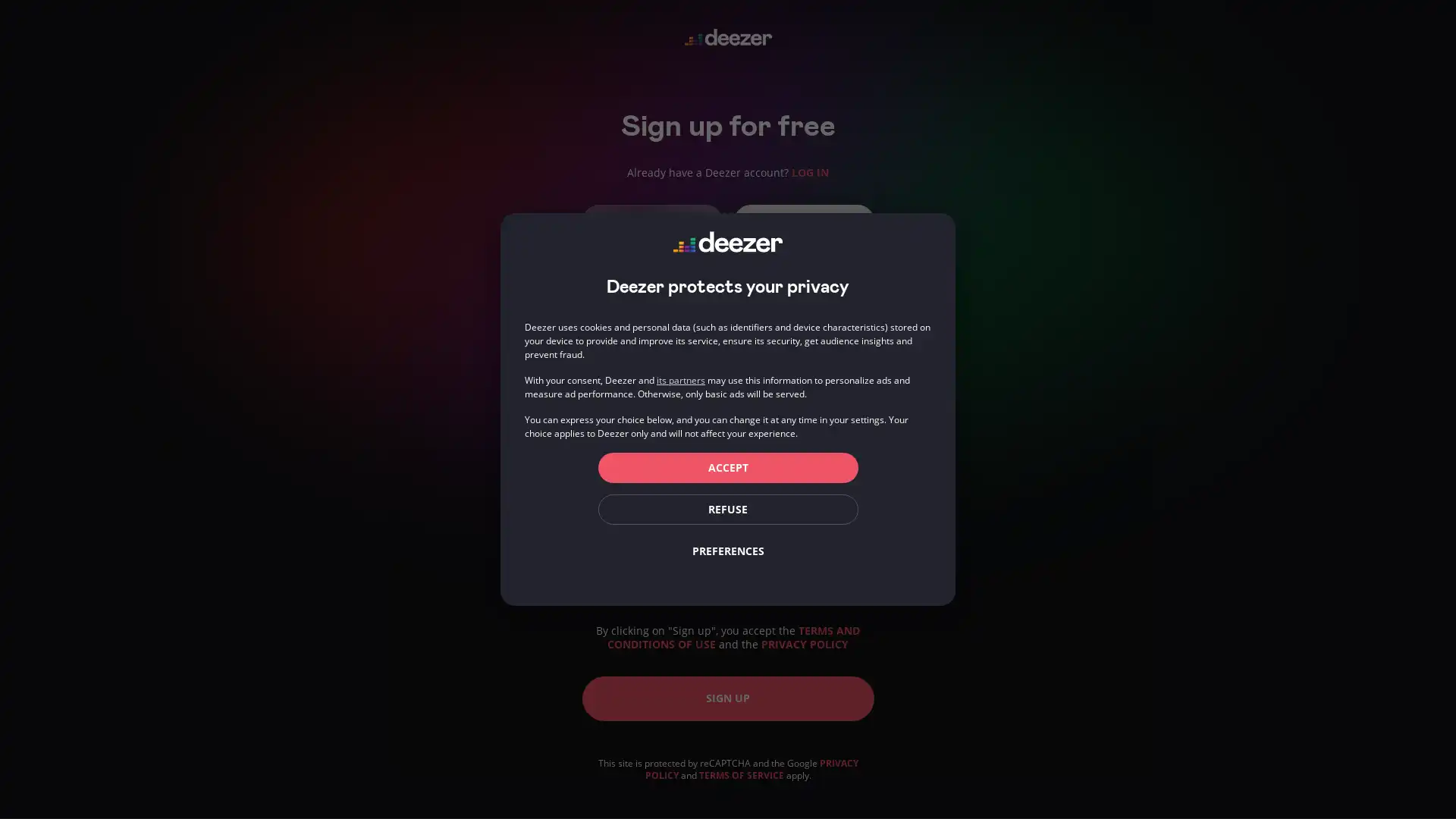 The height and width of the screenshot is (819, 1456). I want to click on PREFERENCES, so click(726, 551).